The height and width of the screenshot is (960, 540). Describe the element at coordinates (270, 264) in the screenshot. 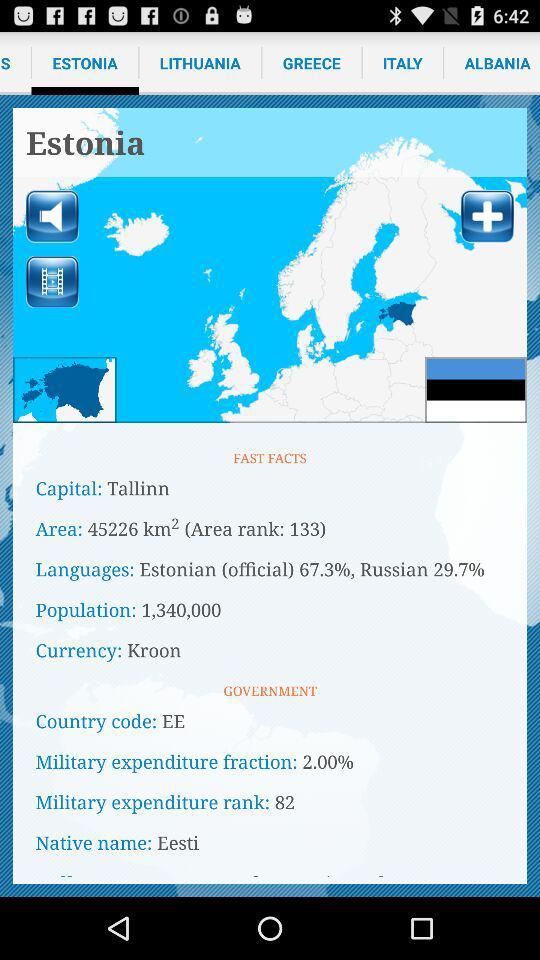

I see `adv link` at that location.